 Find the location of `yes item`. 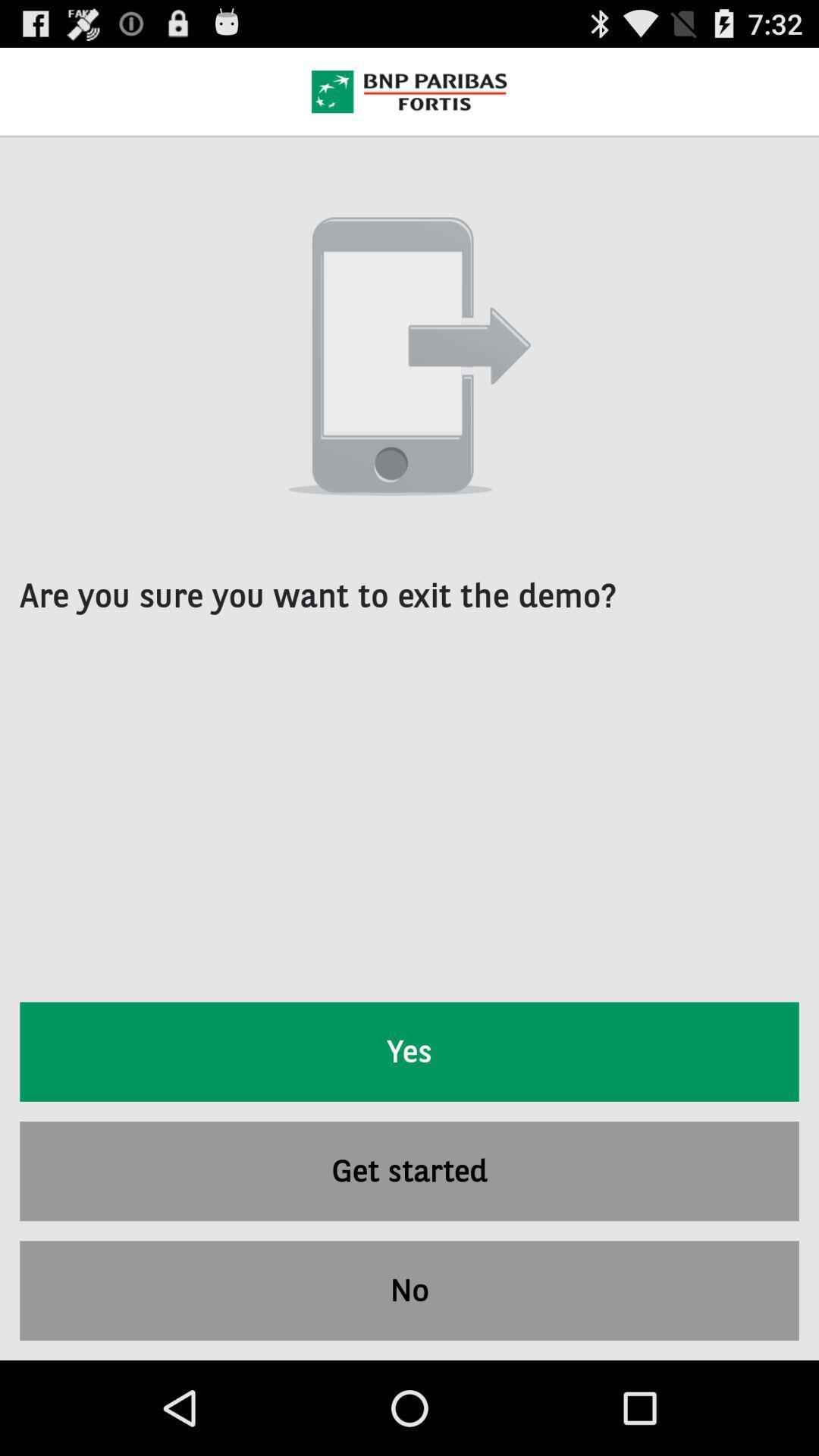

yes item is located at coordinates (409, 1051).